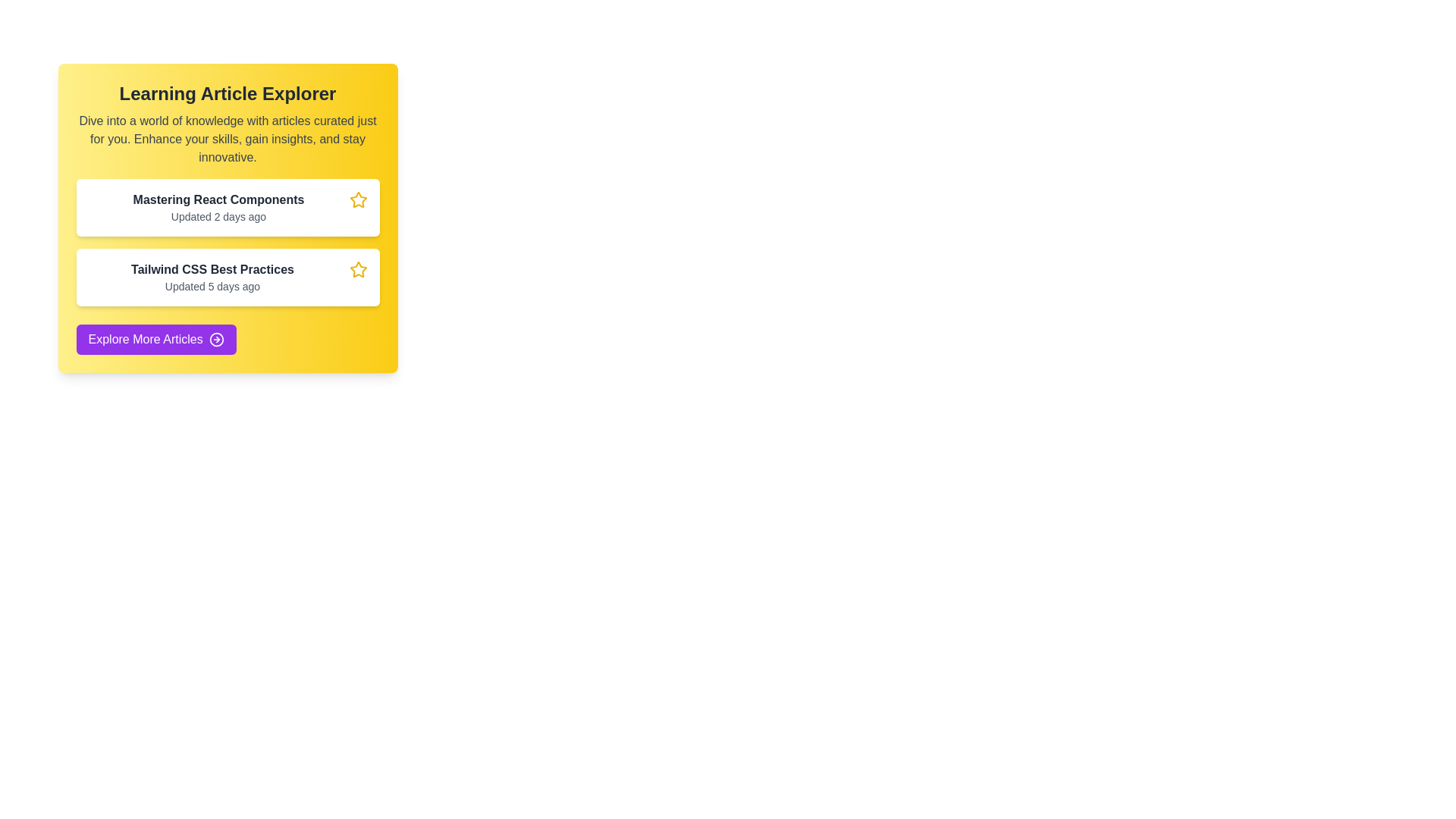 Image resolution: width=1456 pixels, height=819 pixels. Describe the element at coordinates (357, 268) in the screenshot. I see `the star-shaped icon with a yellow fill and black outline, located to the right of 'Mastering React Components' in the top list item of the yellow card component` at that location.